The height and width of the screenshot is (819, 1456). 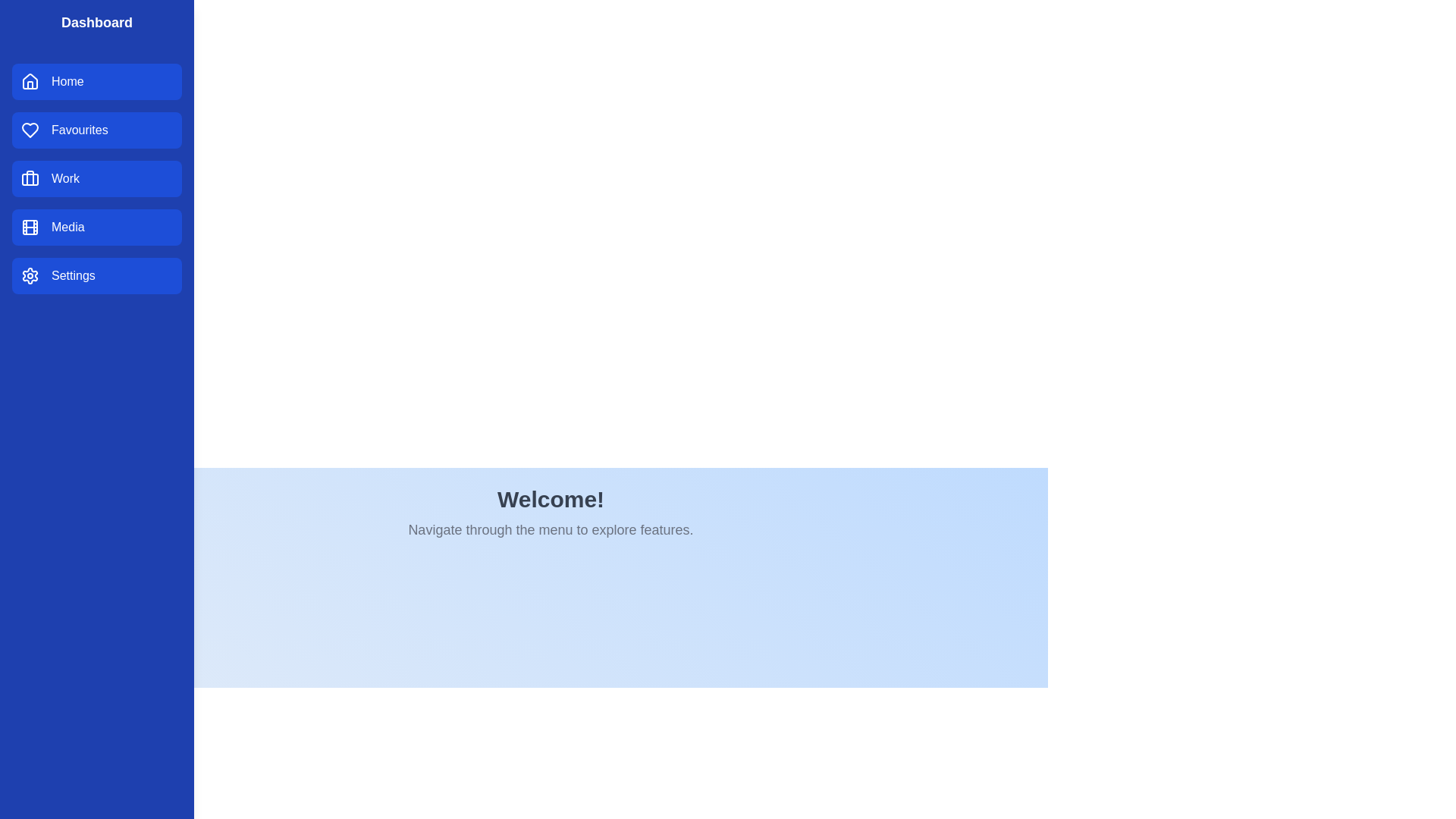 I want to click on the category Media from the sidebar menu, so click(x=96, y=227).